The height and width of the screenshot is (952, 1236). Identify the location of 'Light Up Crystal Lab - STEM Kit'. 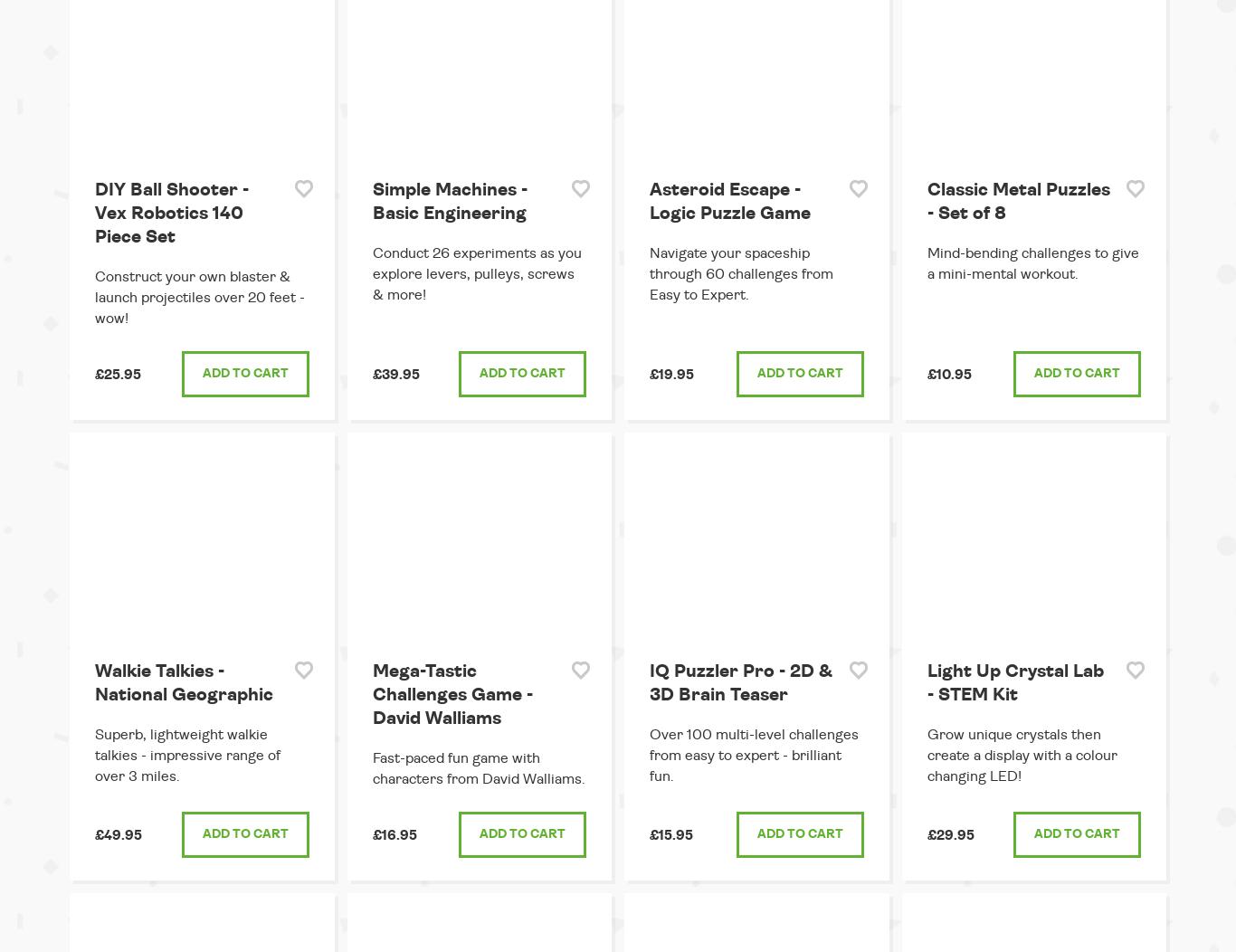
(1013, 682).